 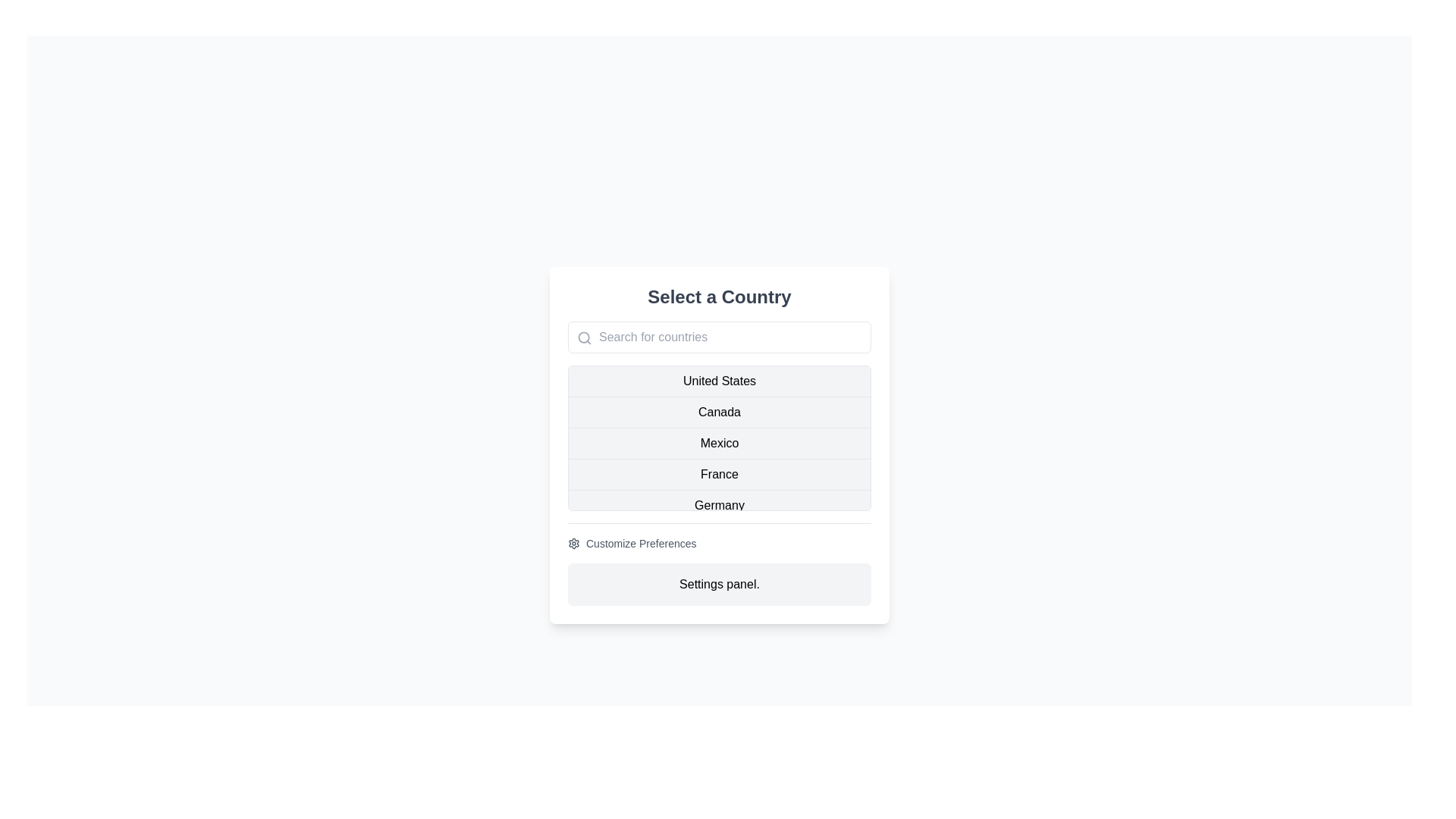 I want to click on the text label element with the text 'Settings panel' that has a light gray background and is centered underneath 'Customize Preferences', so click(x=719, y=583).